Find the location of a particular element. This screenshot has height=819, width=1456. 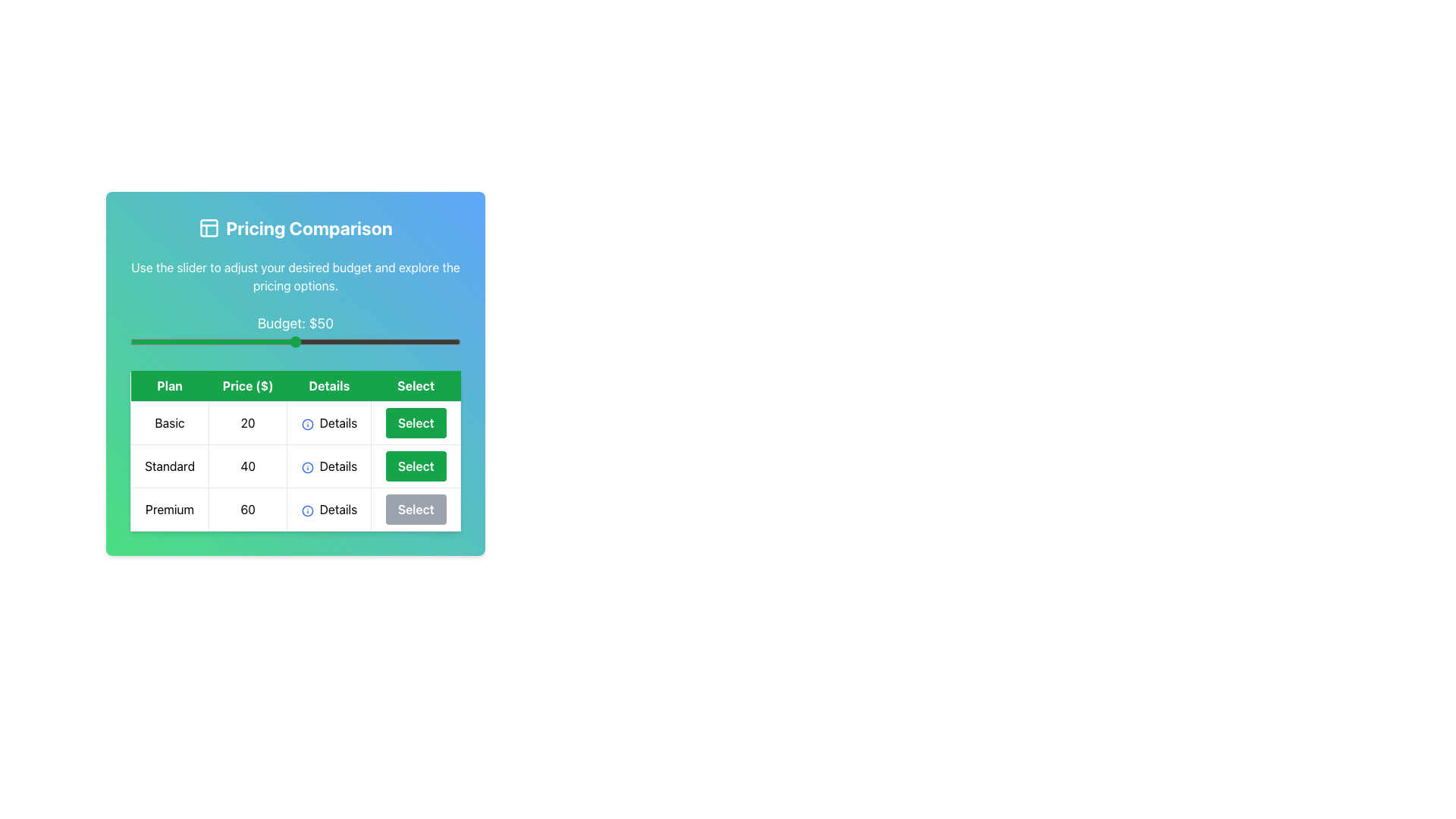

the budget is located at coordinates (235, 342).